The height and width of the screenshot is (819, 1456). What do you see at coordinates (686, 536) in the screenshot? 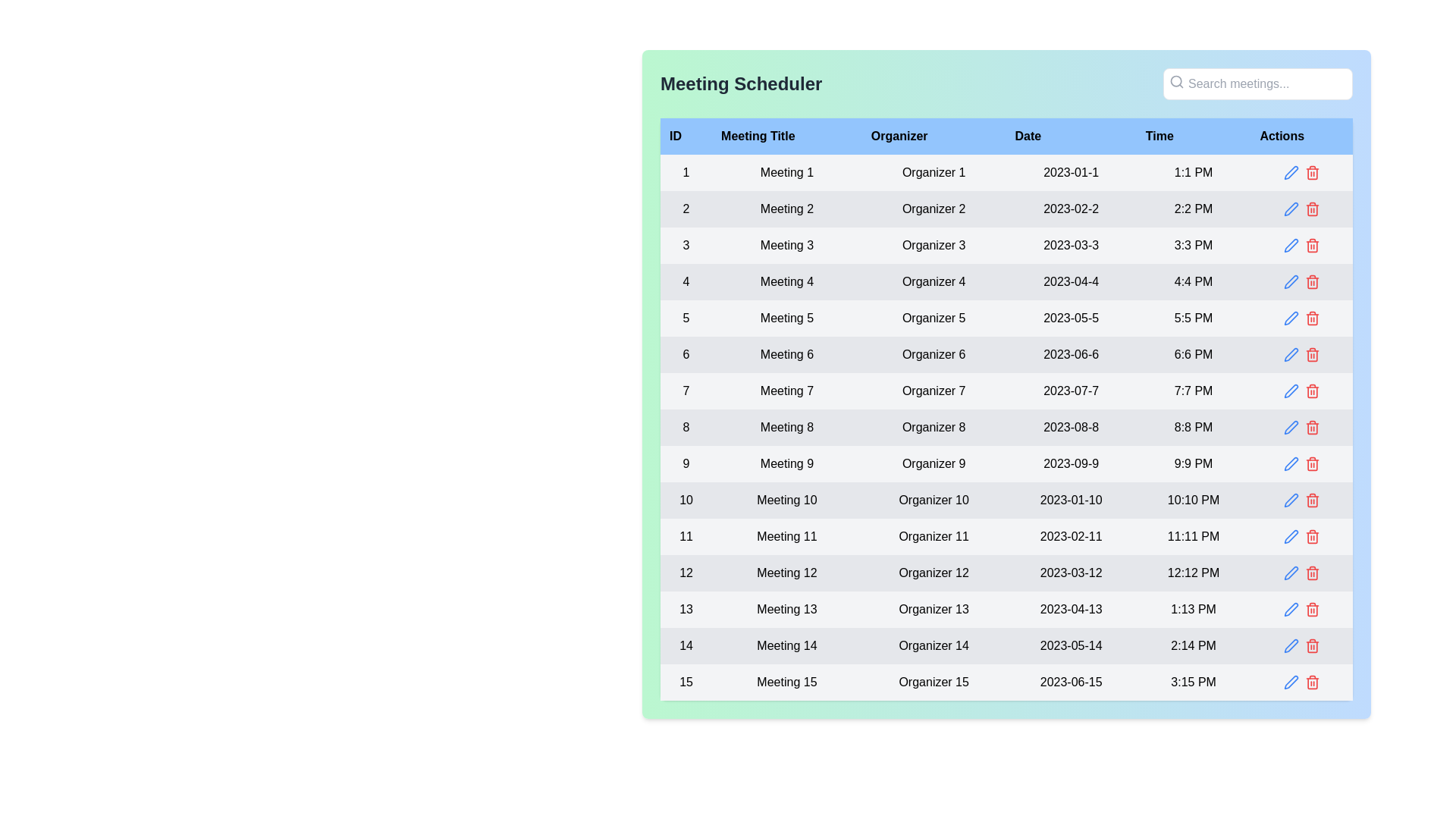
I see `the text label displaying the number '11' in the first column of the table, which is styled with centered black text on a light gray background` at bounding box center [686, 536].